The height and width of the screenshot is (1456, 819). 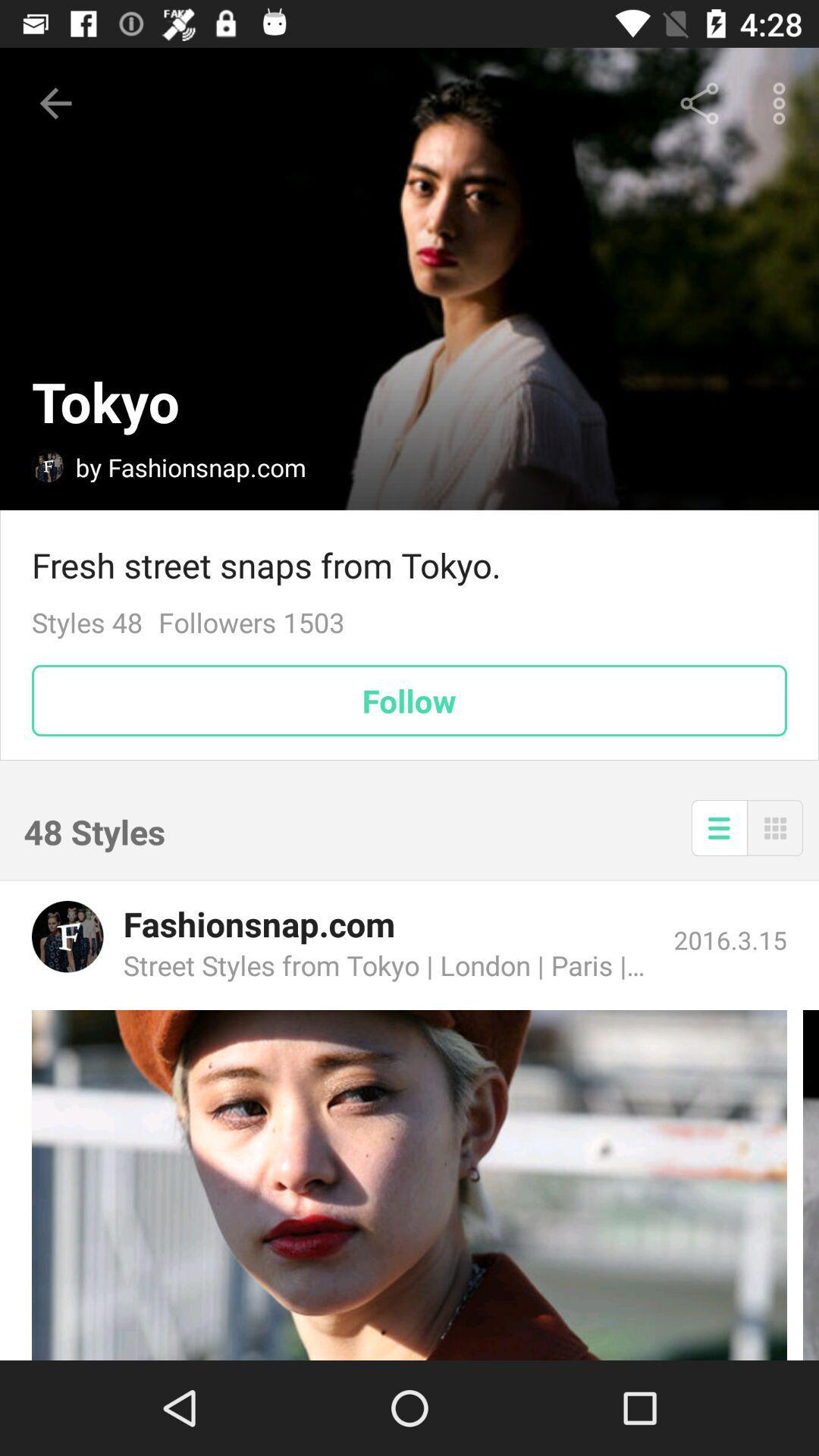 What do you see at coordinates (409, 700) in the screenshot?
I see `the icon above 48 styles item` at bounding box center [409, 700].